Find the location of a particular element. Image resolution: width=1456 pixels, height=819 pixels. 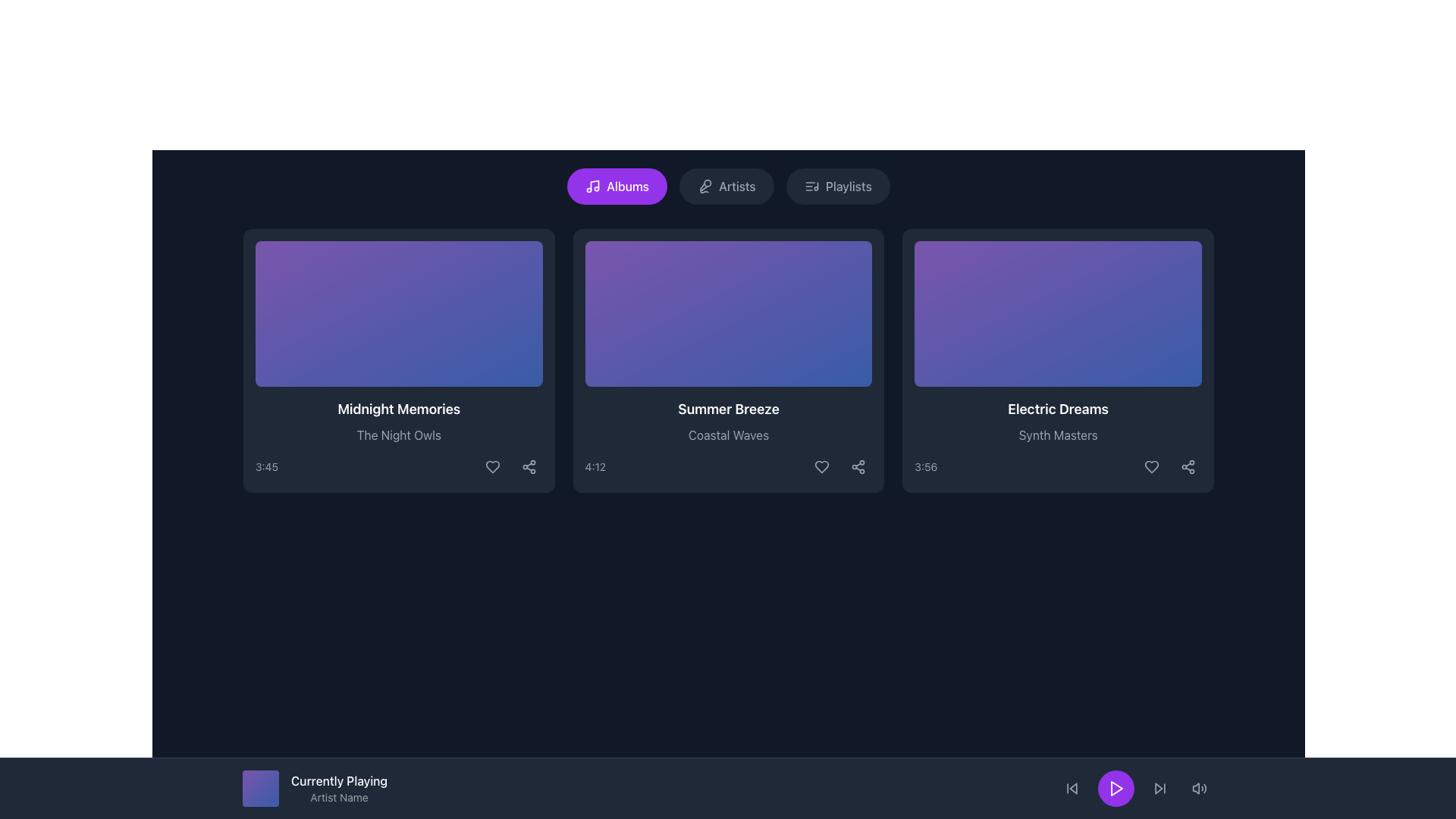

the circular button with a grey background and a right-pointing arrow symbol, located in the bottom navigation bar is located at coordinates (1159, 788).